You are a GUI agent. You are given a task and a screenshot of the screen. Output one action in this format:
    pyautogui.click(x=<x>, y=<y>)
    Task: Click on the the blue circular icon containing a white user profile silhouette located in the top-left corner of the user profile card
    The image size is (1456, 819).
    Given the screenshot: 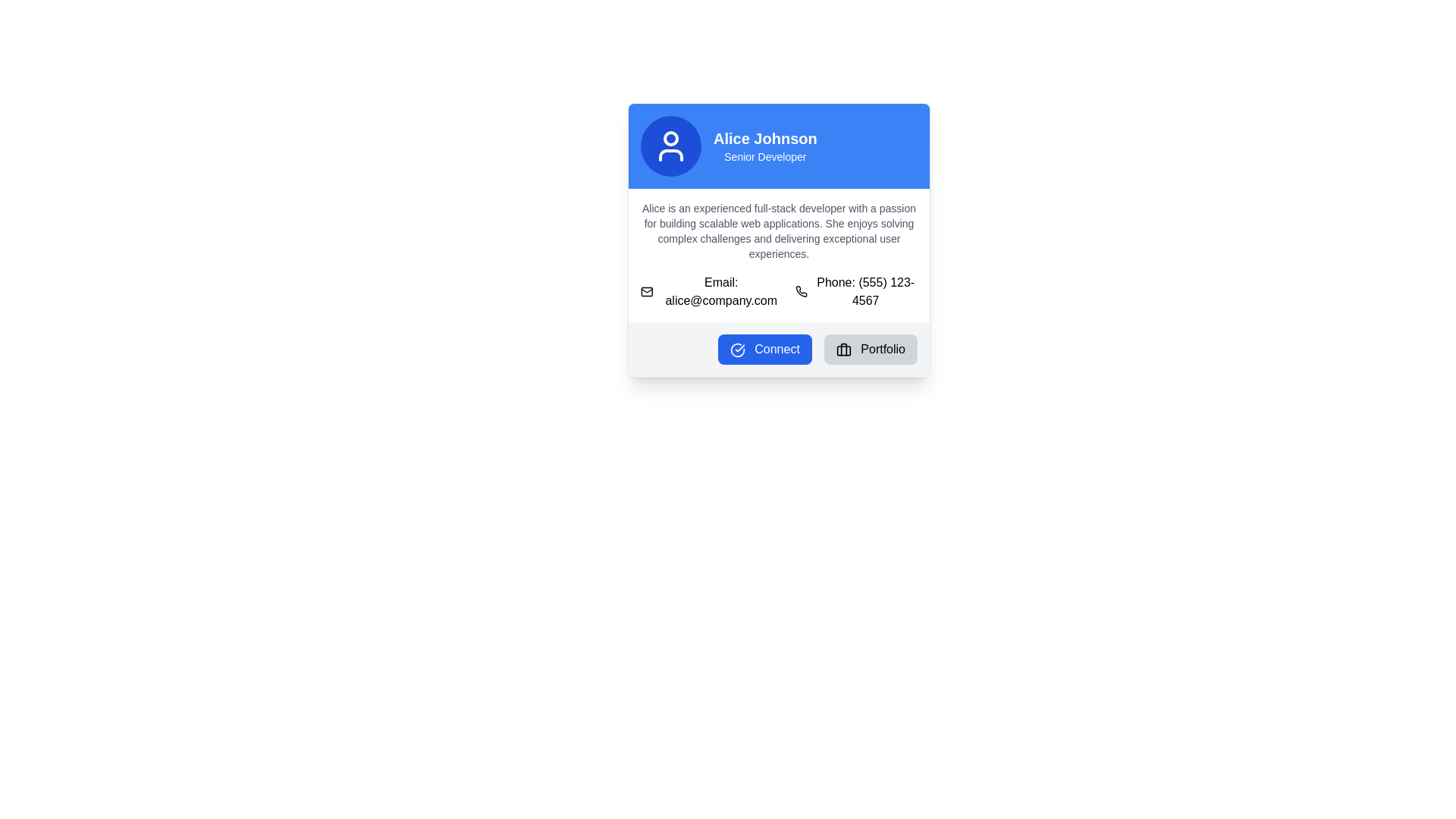 What is the action you would take?
    pyautogui.click(x=670, y=146)
    